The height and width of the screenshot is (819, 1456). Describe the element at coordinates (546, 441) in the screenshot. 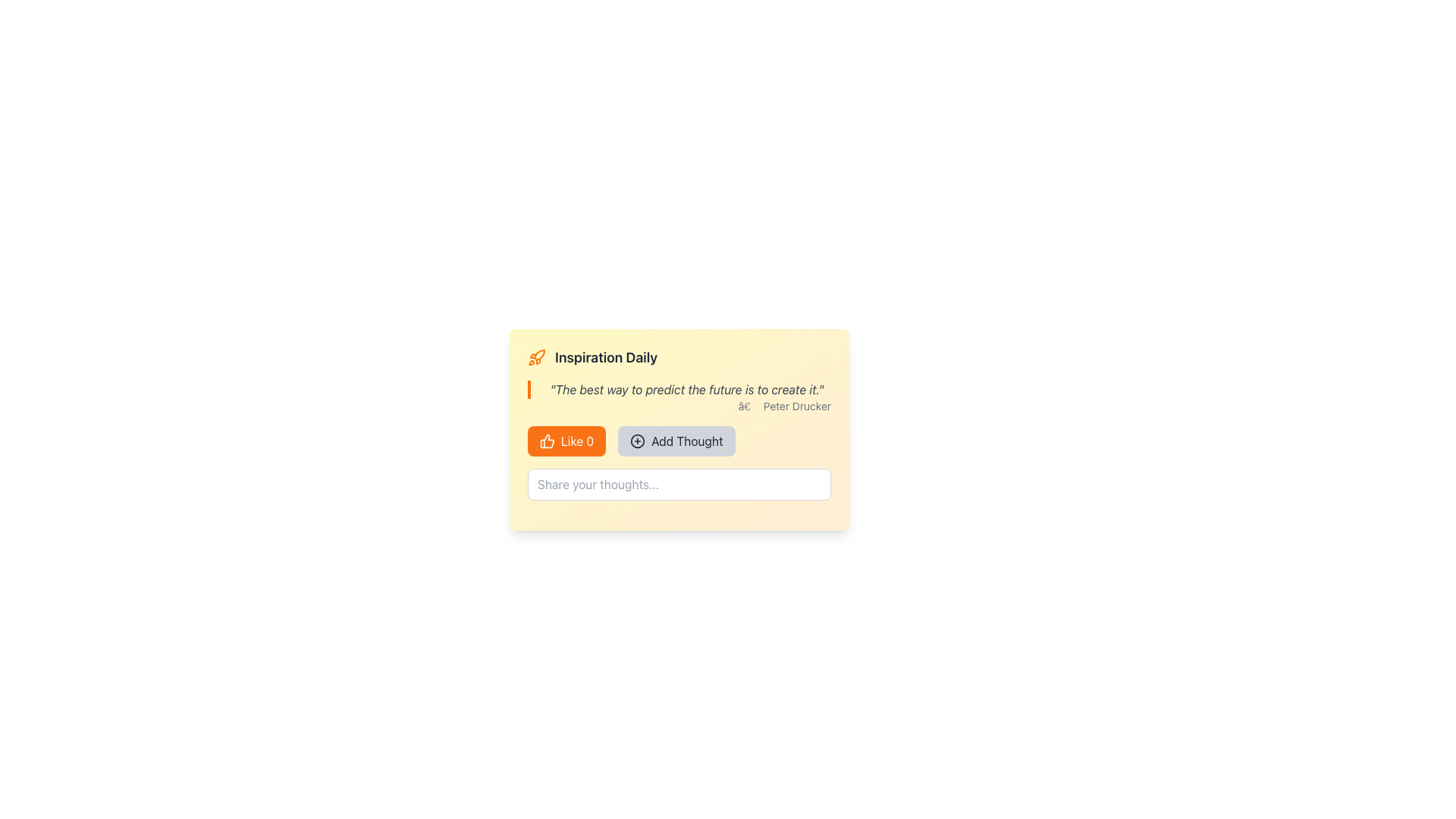

I see `the 'thumbs up' icon within the 'Like' button` at that location.